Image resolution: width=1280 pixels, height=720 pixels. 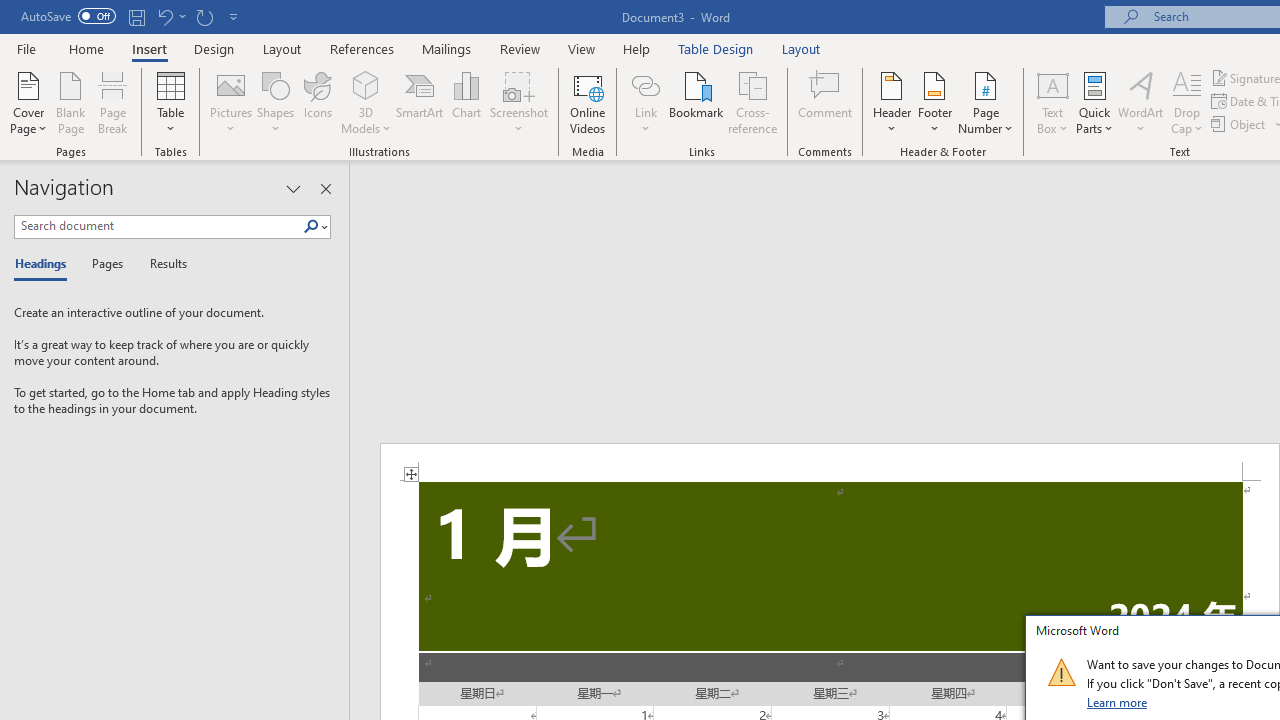 What do you see at coordinates (891, 103) in the screenshot?
I see `'Header'` at bounding box center [891, 103].